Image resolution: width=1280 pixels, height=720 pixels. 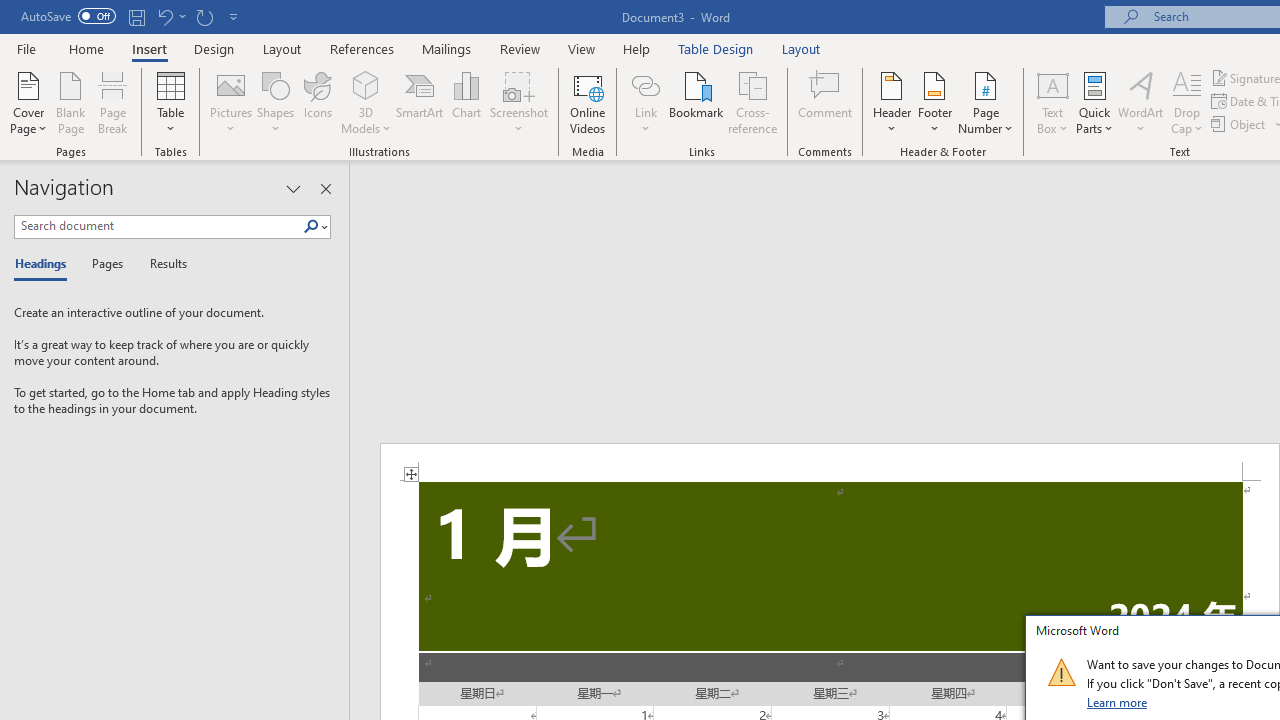 What do you see at coordinates (891, 103) in the screenshot?
I see `'Header'` at bounding box center [891, 103].